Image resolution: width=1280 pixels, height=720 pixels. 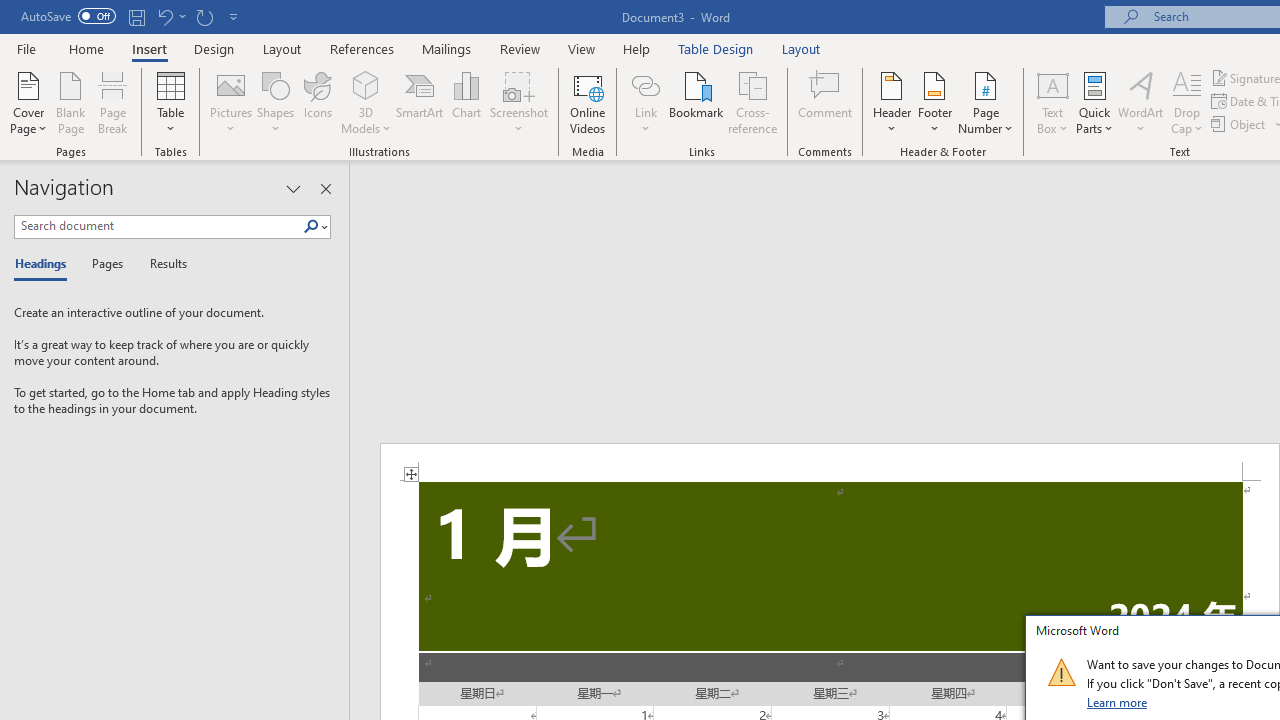 What do you see at coordinates (891, 103) in the screenshot?
I see `'Header'` at bounding box center [891, 103].